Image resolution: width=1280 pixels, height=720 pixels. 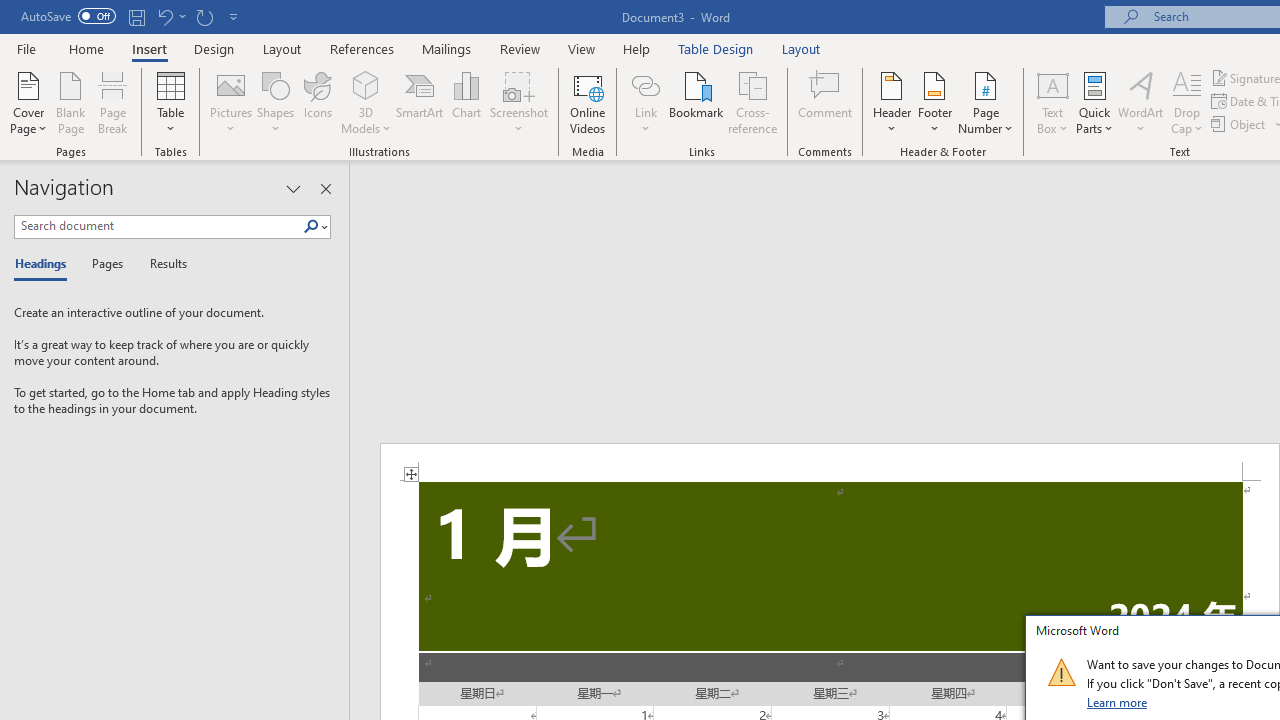 What do you see at coordinates (891, 103) in the screenshot?
I see `'Header'` at bounding box center [891, 103].